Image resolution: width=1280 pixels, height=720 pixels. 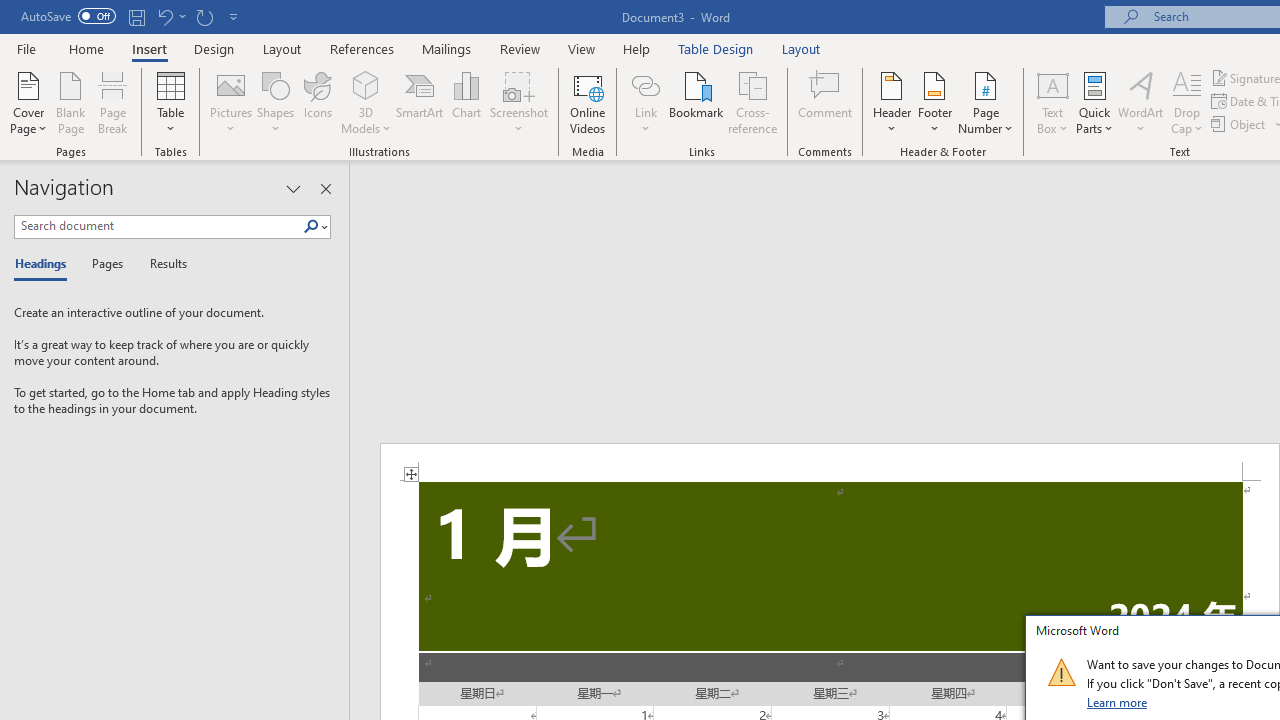 What do you see at coordinates (891, 103) in the screenshot?
I see `'Header'` at bounding box center [891, 103].